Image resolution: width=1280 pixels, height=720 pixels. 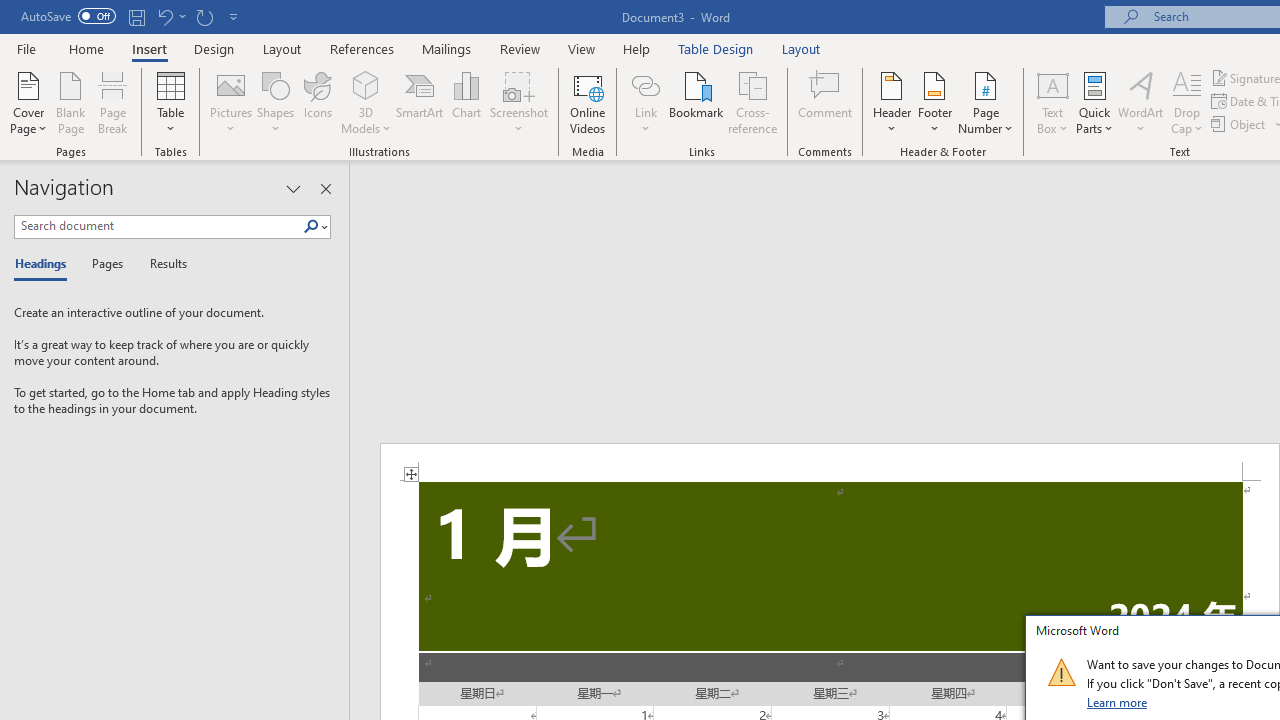 What do you see at coordinates (891, 103) in the screenshot?
I see `'Header'` at bounding box center [891, 103].